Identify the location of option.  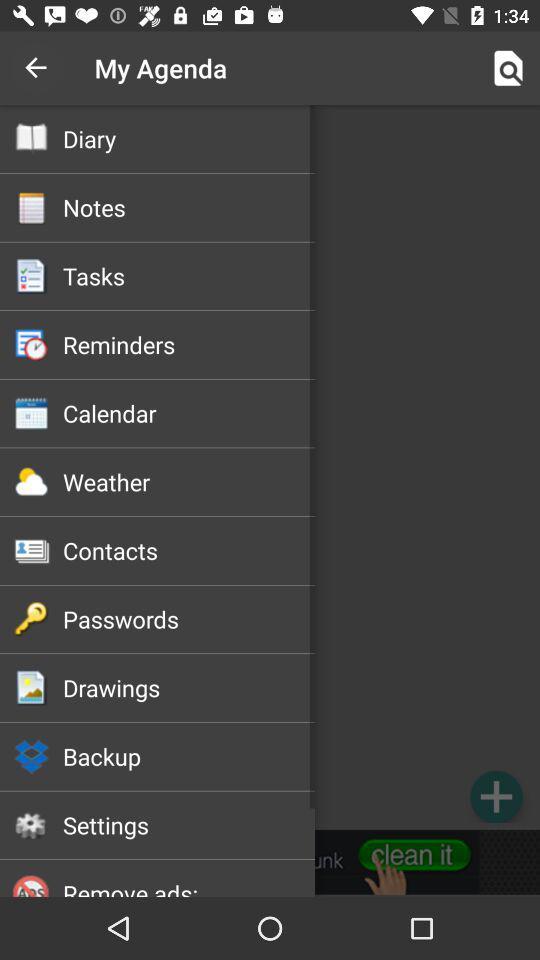
(270, 467).